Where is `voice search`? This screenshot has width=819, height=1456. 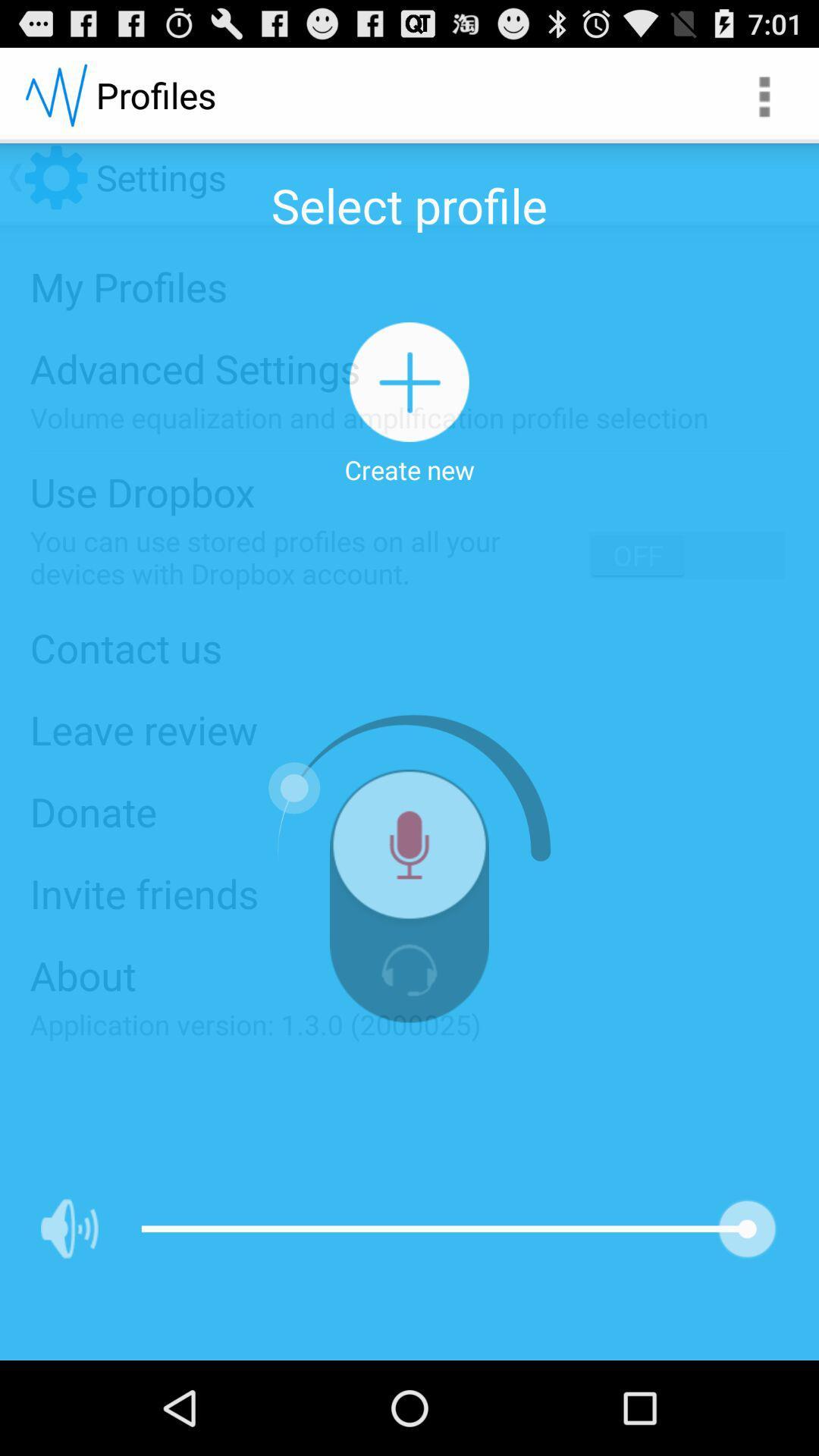 voice search is located at coordinates (409, 851).